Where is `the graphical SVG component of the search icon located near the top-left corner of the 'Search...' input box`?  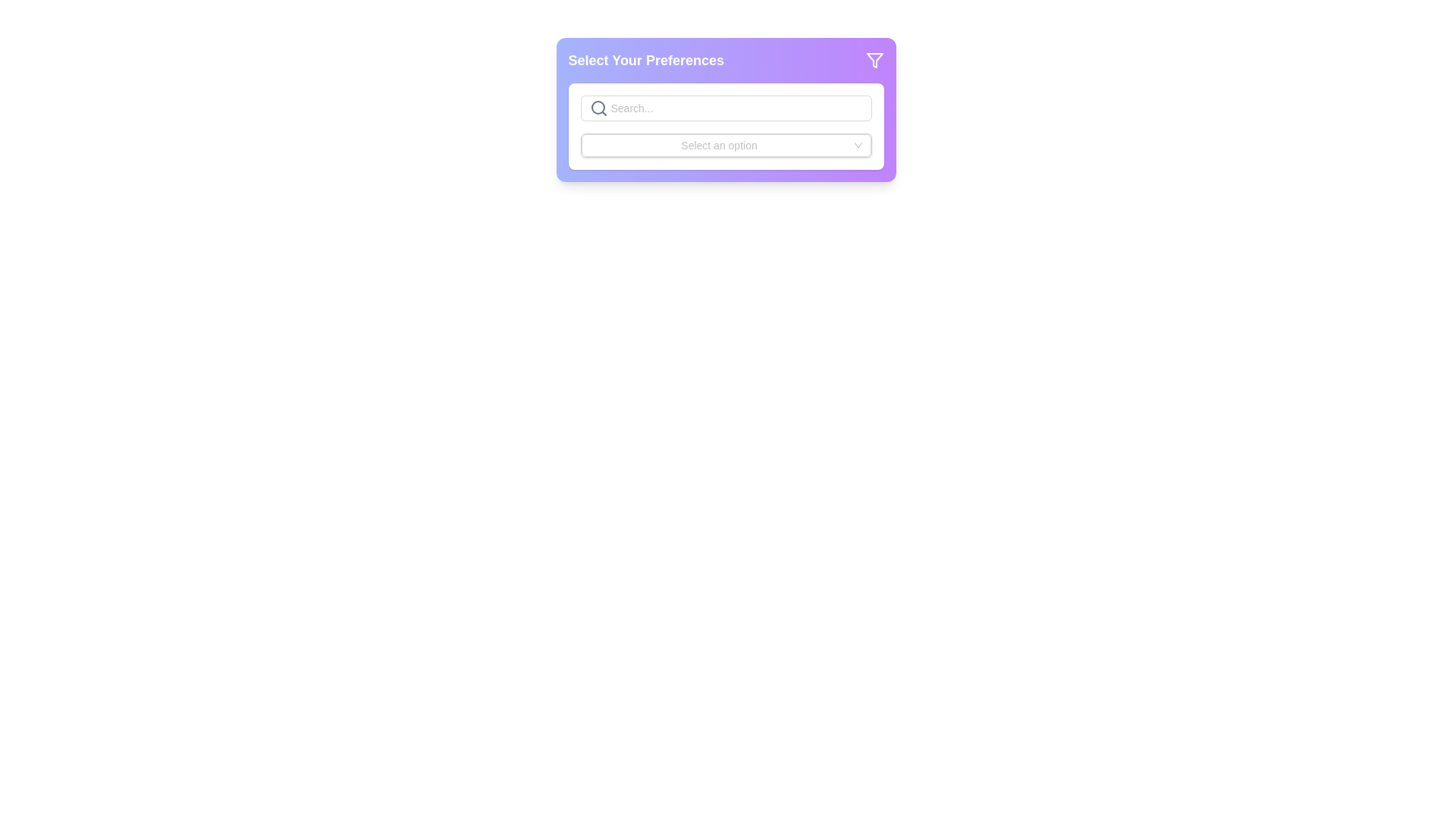 the graphical SVG component of the search icon located near the top-left corner of the 'Search...' input box is located at coordinates (597, 107).